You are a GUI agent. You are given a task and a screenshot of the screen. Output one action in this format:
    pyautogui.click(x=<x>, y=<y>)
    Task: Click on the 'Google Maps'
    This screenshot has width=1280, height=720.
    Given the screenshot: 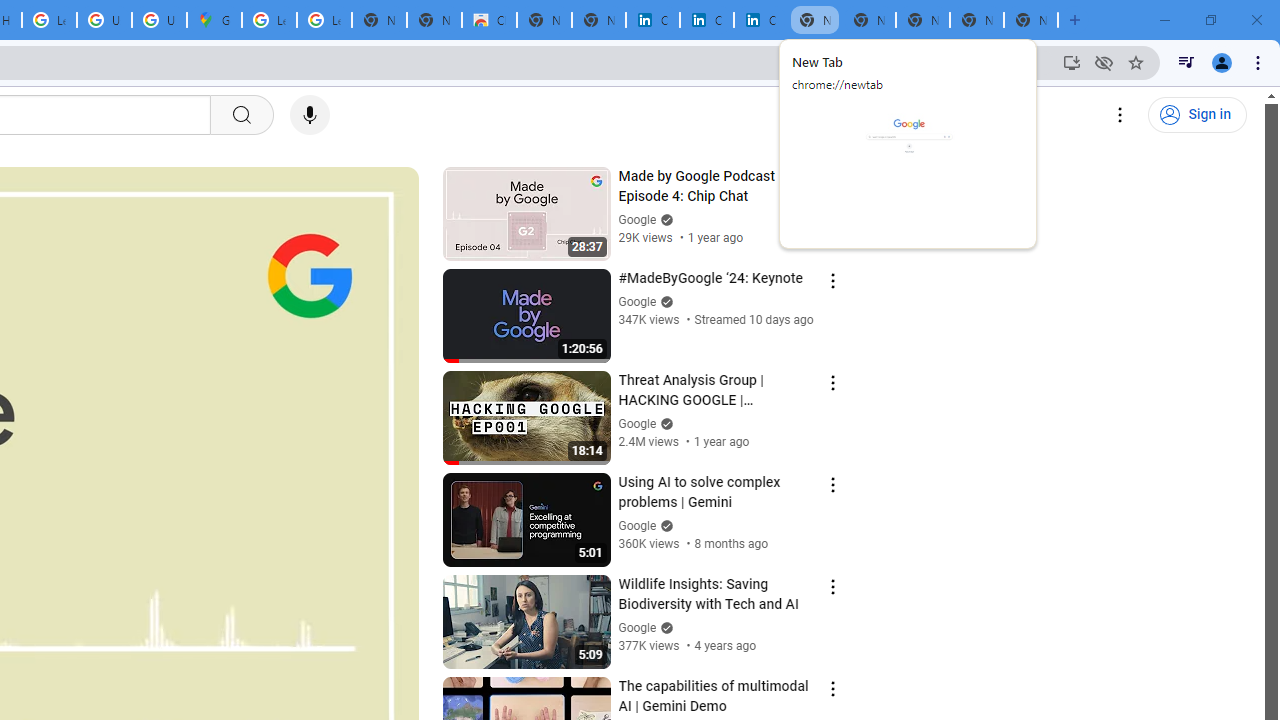 What is the action you would take?
    pyautogui.click(x=214, y=20)
    